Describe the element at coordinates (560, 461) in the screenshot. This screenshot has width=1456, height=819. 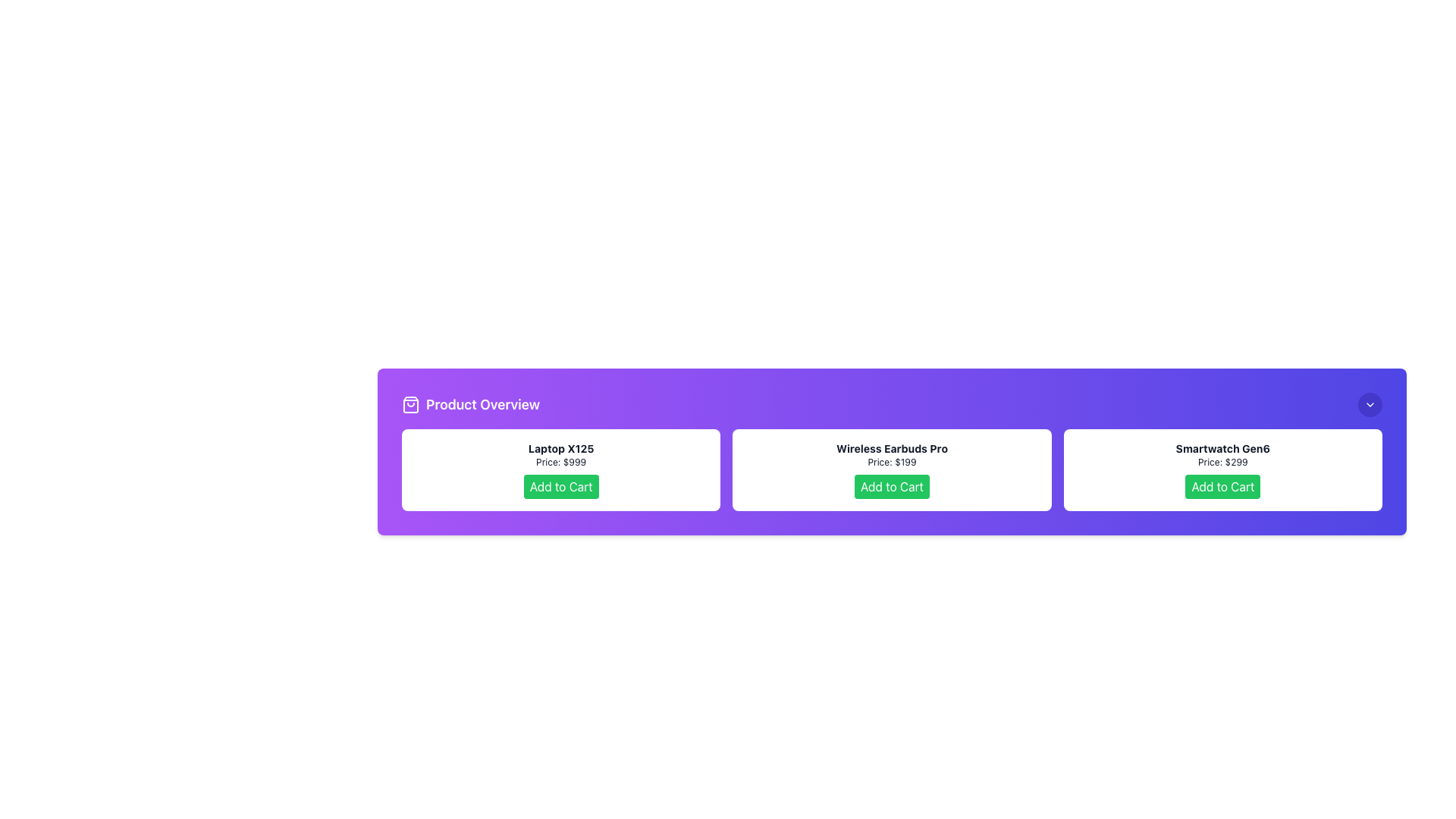
I see `the static text label displaying 'Price: $999', which is located beneath the product title 'Laptop X125' and above the 'Add to Cart' button` at that location.